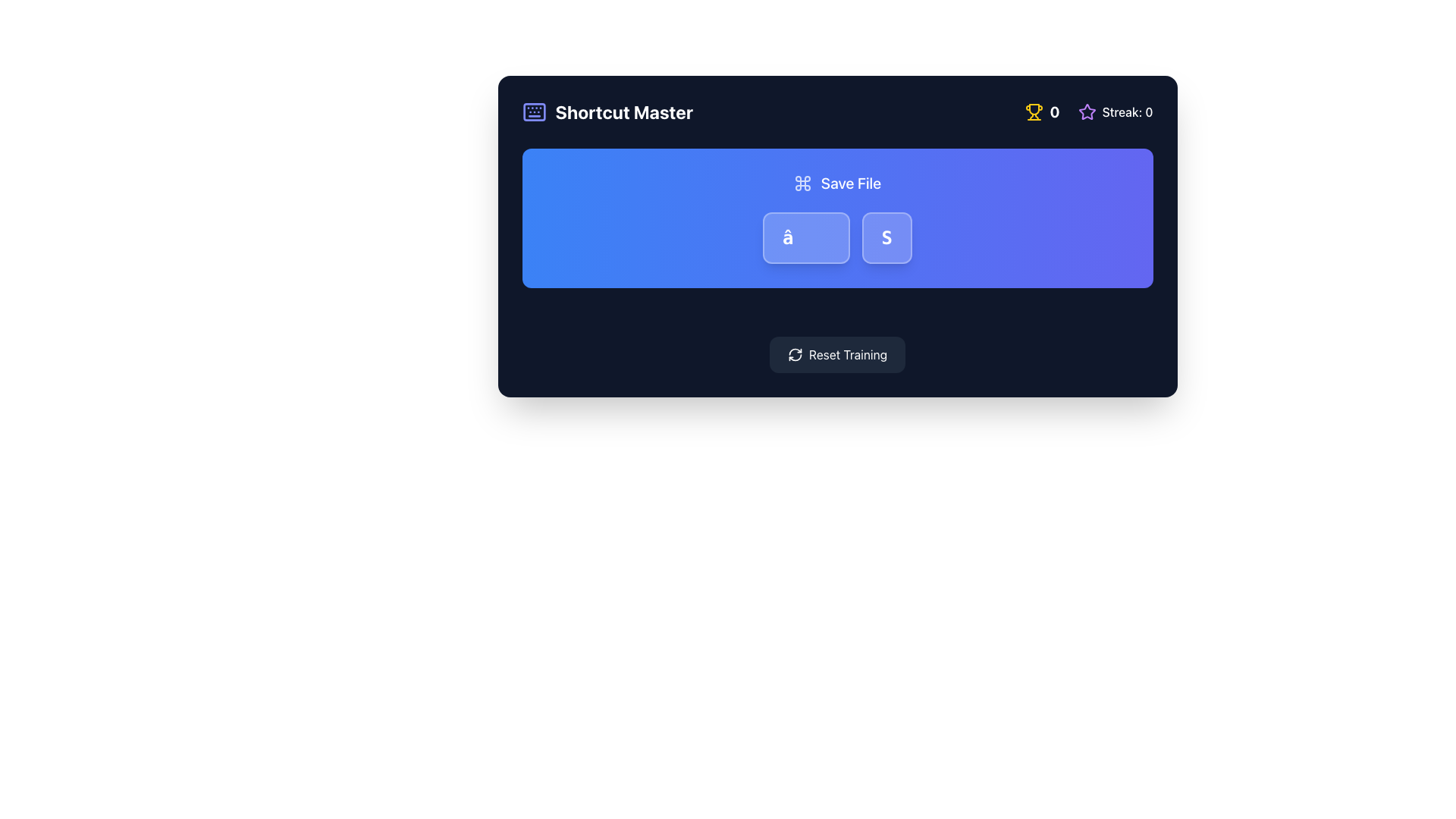  What do you see at coordinates (836, 183) in the screenshot?
I see `the Label representing the keyboard shortcut for 'Save File', which displays the command key and 'S' key, located above the white keyboard icons labeled '⌘' and 'S'` at bounding box center [836, 183].